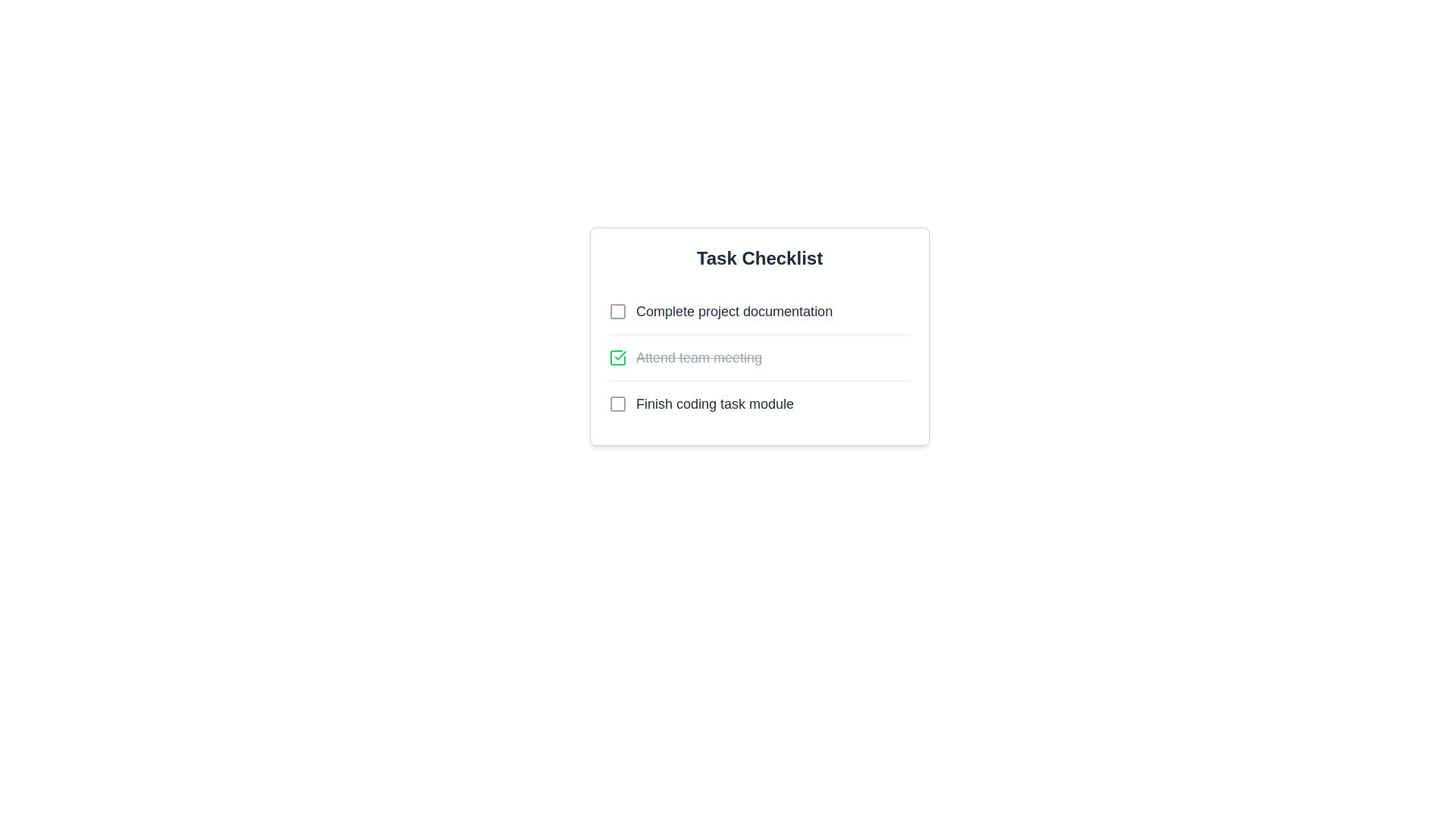 This screenshot has height=819, width=1456. Describe the element at coordinates (714, 403) in the screenshot. I see `the text label reading 'Finish coding task module' which is styled in a medium-large dark gray font and is the third item in a vertical checklist of tasks` at that location.